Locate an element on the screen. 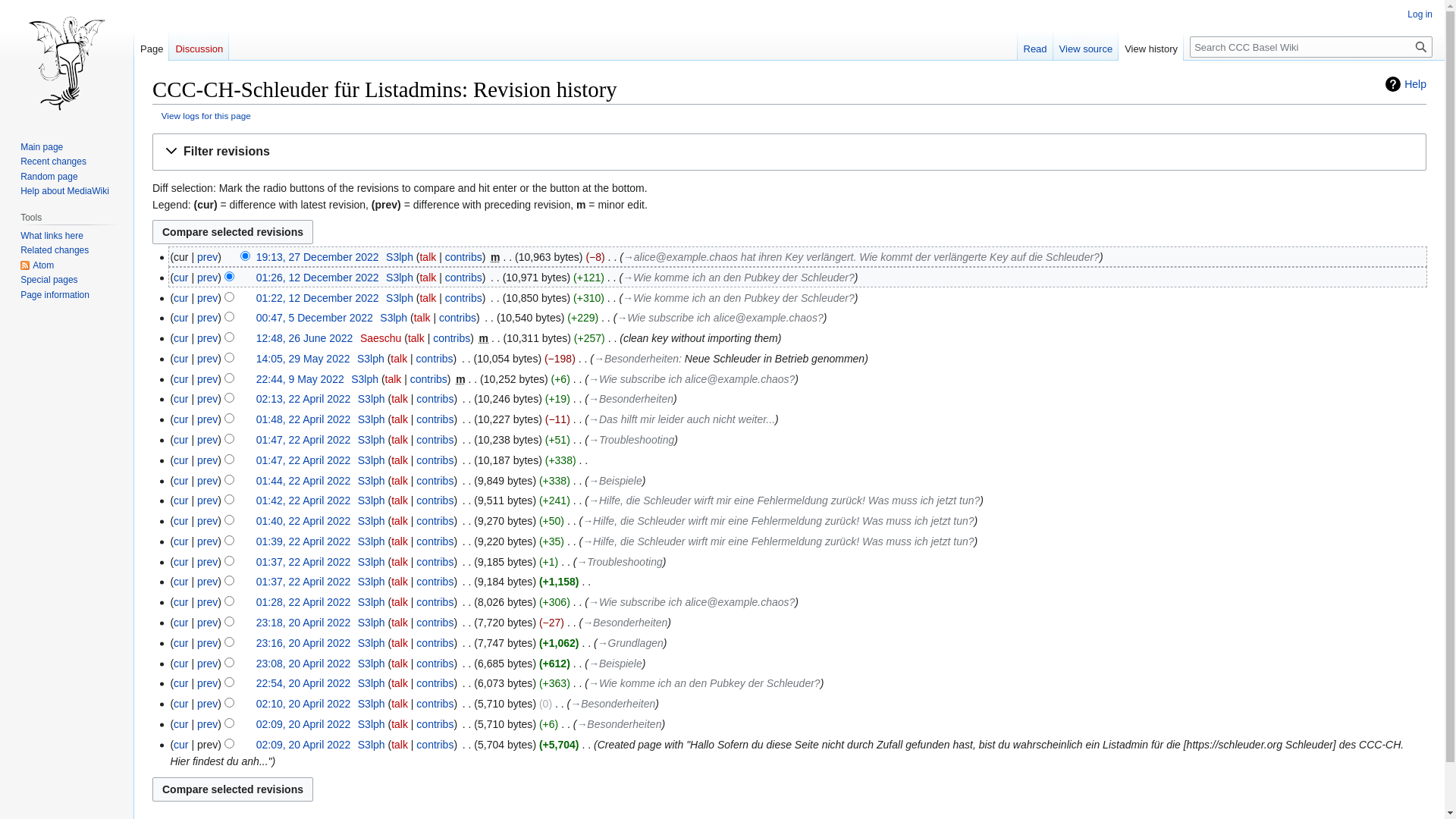 This screenshot has width=1456, height=819. '23:18, 20 April 2022' is located at coordinates (303, 623).